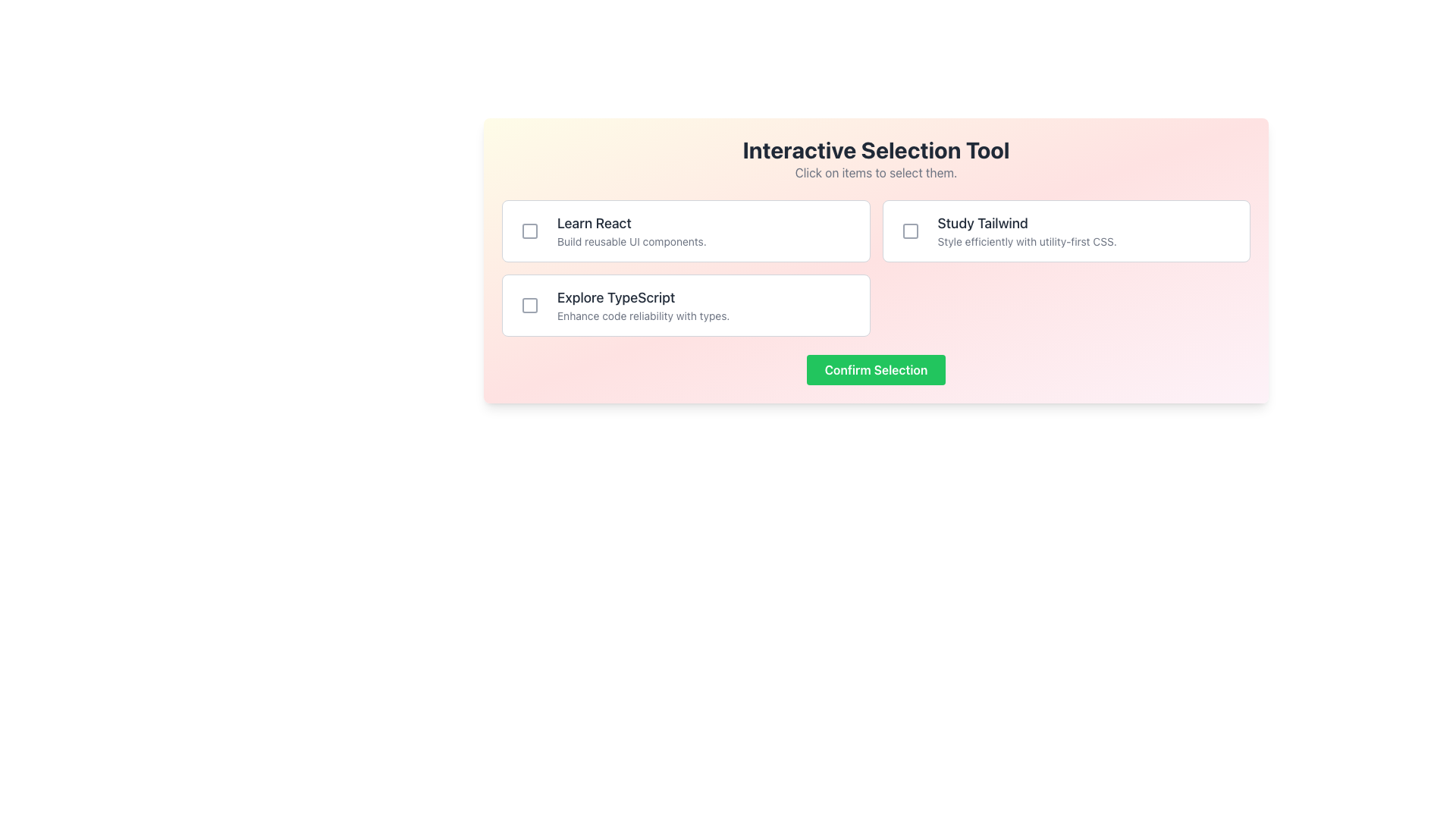 Image resolution: width=1456 pixels, height=819 pixels. What do you see at coordinates (530, 305) in the screenshot?
I see `the square-shaped icon with rounded corners inside the 'Explore TypeScript' checkbox` at bounding box center [530, 305].